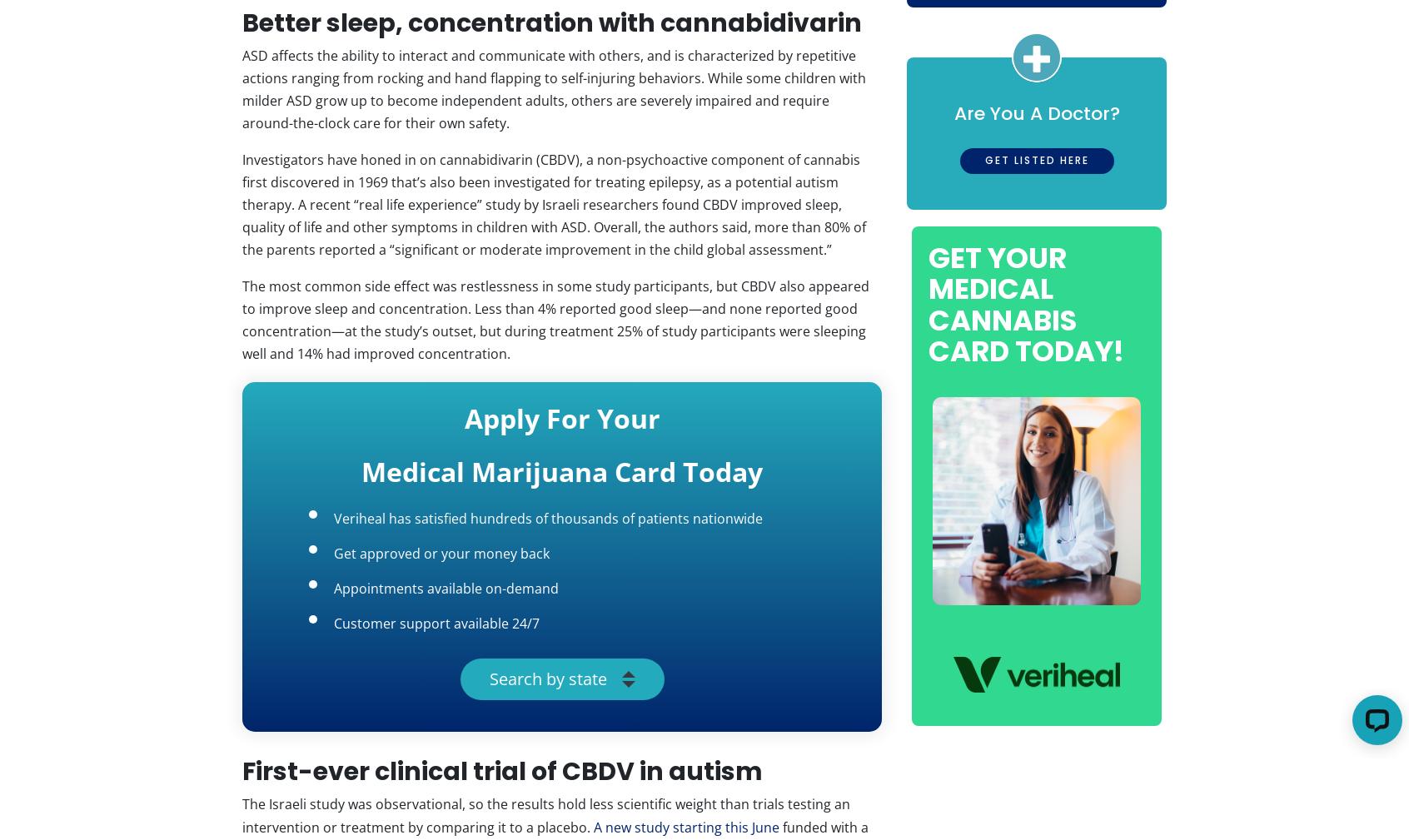 The height and width of the screenshot is (840, 1409). What do you see at coordinates (561, 417) in the screenshot?
I see `'Apply For Your'` at bounding box center [561, 417].